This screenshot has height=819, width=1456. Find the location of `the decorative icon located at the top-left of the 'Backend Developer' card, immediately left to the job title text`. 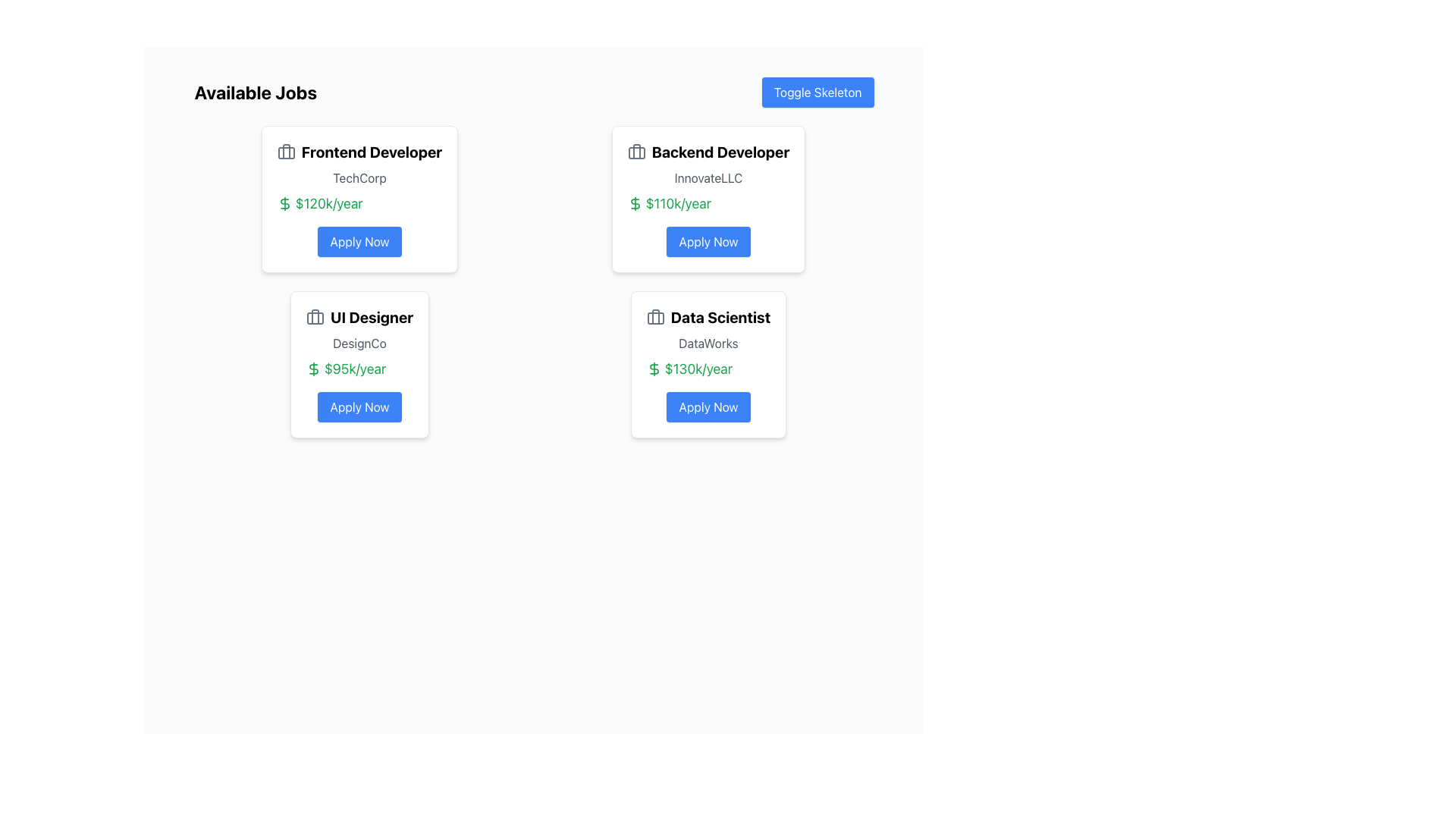

the decorative icon located at the top-left of the 'Backend Developer' card, immediately left to the job title text is located at coordinates (636, 152).